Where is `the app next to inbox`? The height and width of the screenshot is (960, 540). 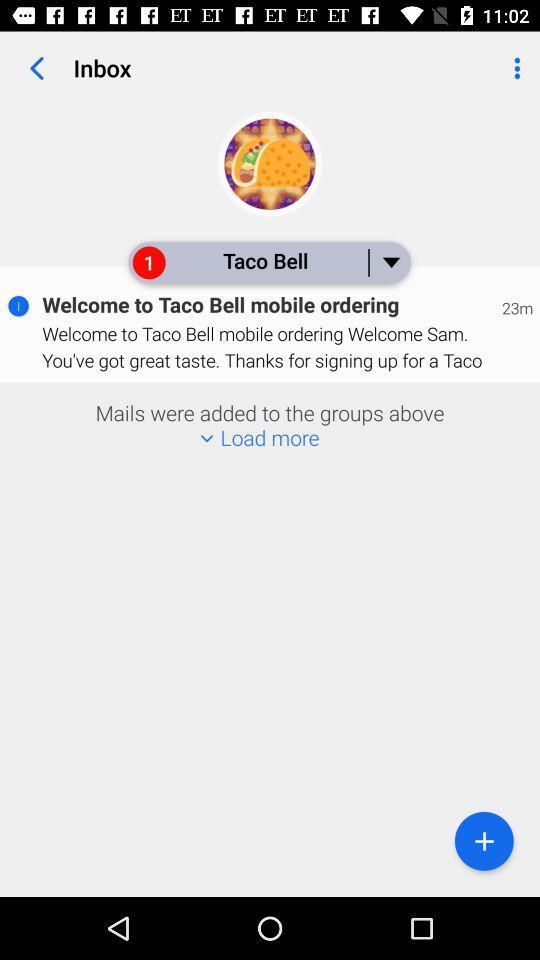 the app next to inbox is located at coordinates (36, 68).